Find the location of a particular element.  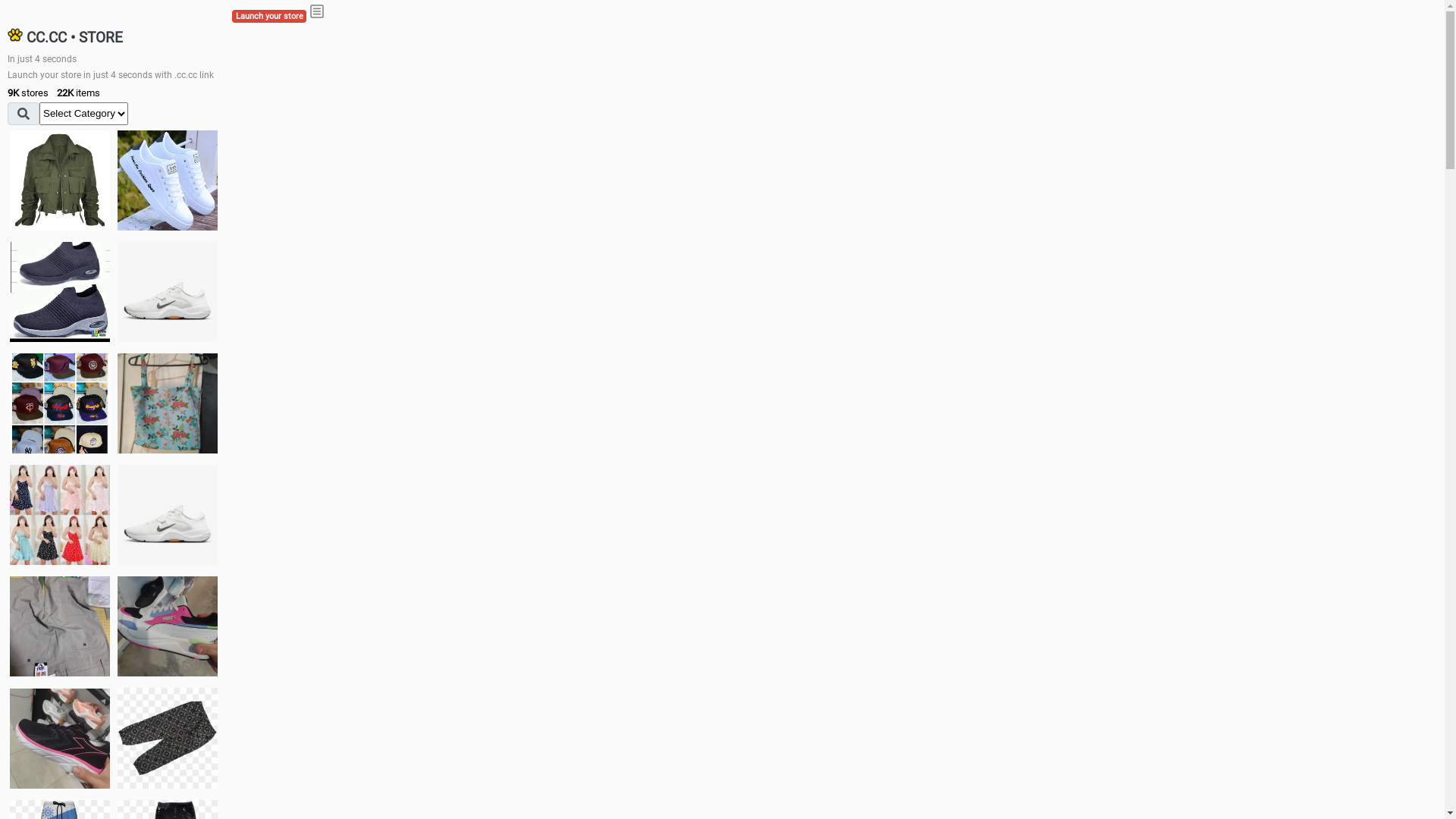

'Zapatillas pumas' is located at coordinates (116, 626).